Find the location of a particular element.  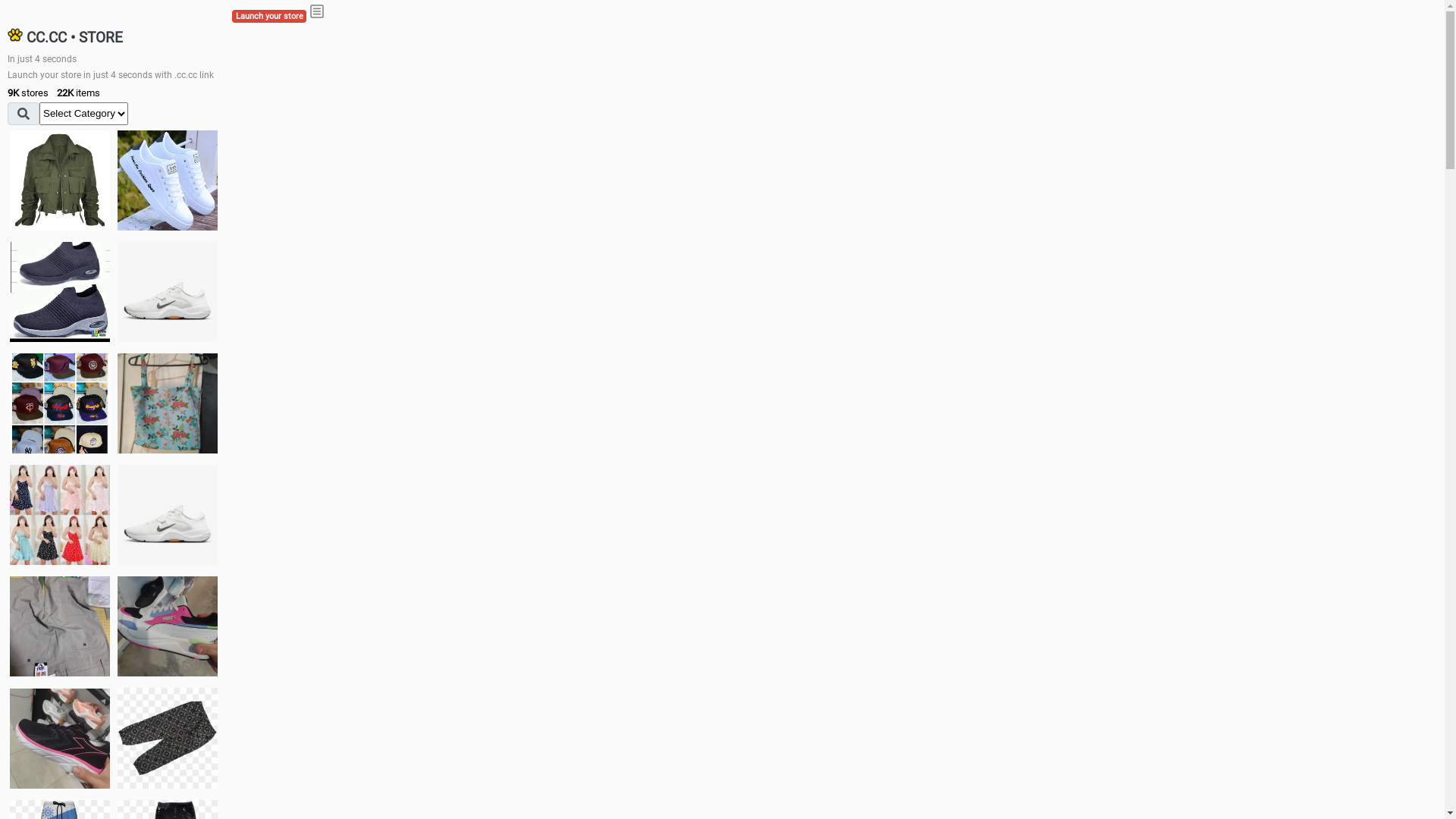

'Zapatillas pumas' is located at coordinates (116, 626).